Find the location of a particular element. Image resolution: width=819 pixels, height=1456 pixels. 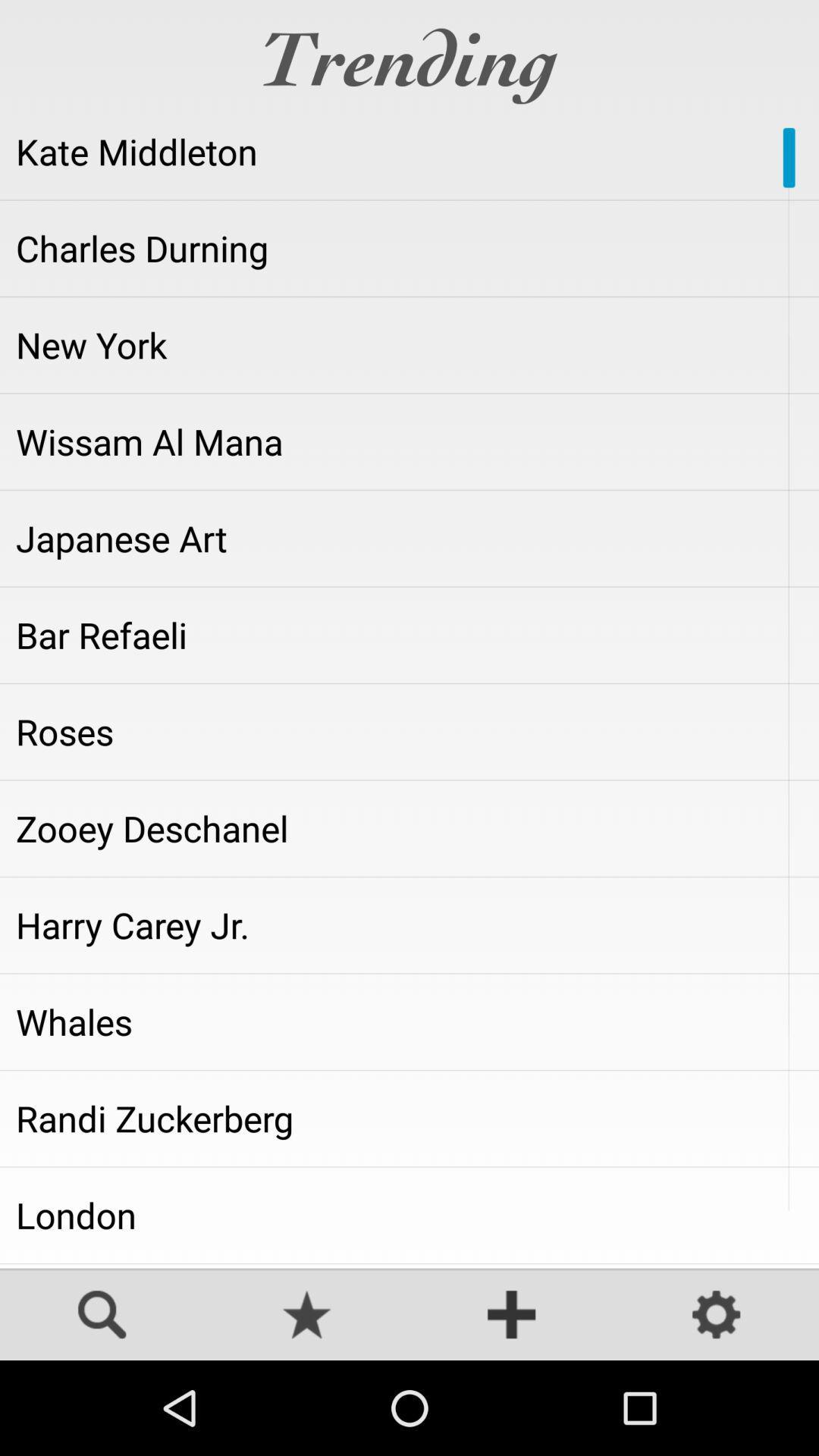

favorites is located at coordinates (307, 1316).